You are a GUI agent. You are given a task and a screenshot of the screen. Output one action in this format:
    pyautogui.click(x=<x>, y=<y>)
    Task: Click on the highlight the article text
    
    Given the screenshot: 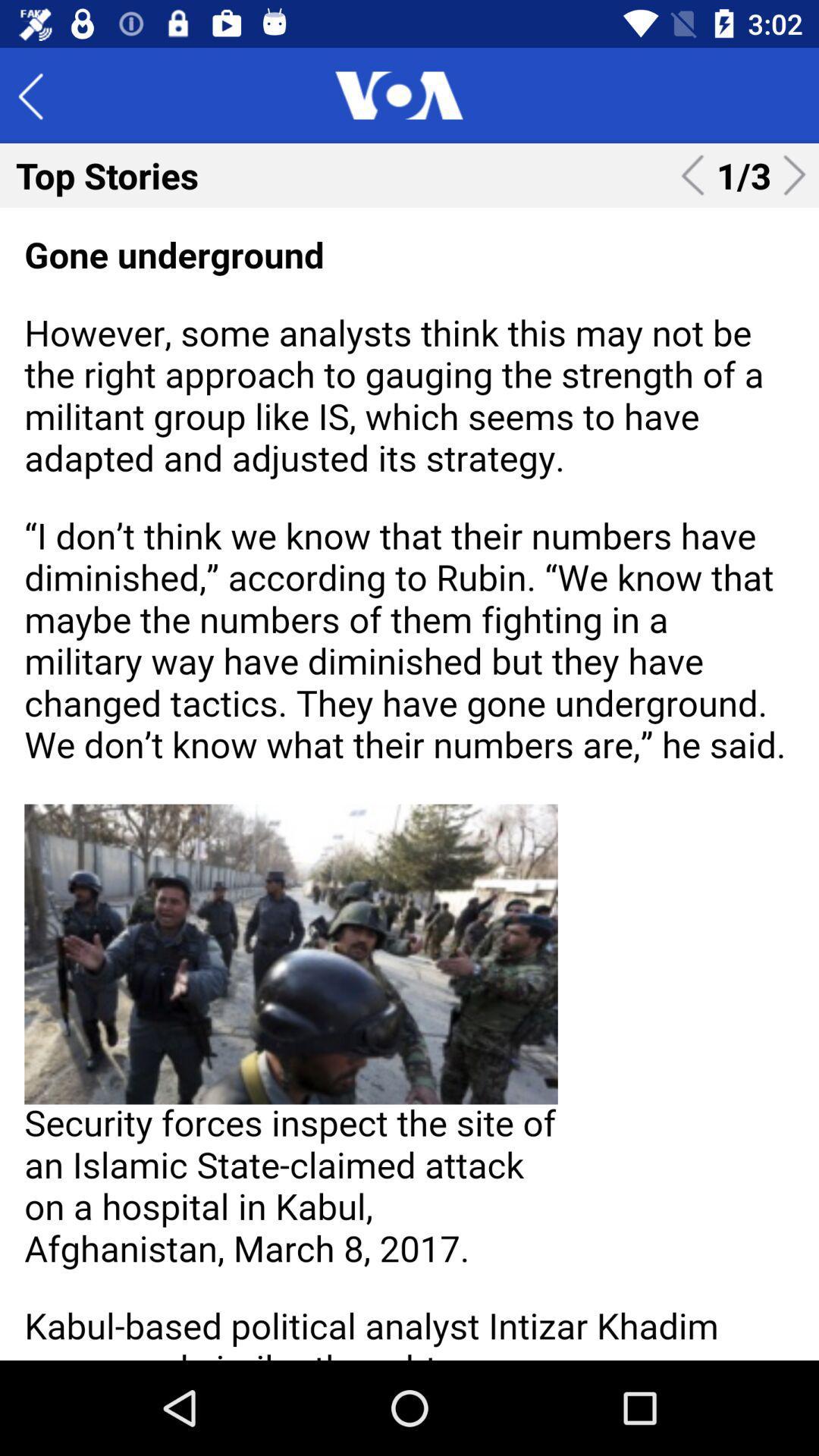 What is the action you would take?
    pyautogui.click(x=409, y=783)
    